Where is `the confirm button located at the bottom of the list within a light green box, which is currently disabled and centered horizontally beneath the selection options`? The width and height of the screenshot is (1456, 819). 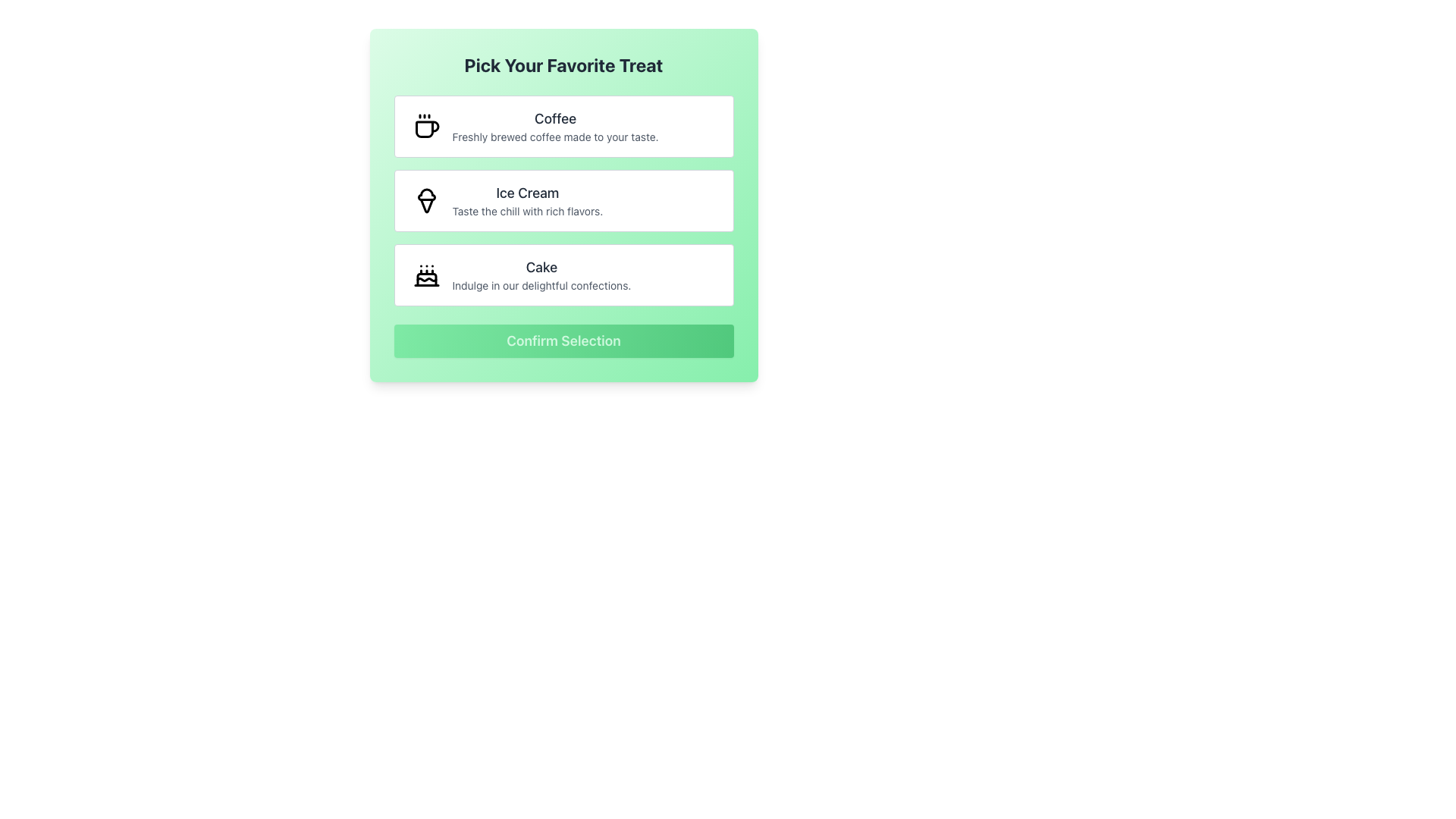
the confirm button located at the bottom of the list within a light green box, which is currently disabled and centered horizontally beneath the selection options is located at coordinates (563, 341).